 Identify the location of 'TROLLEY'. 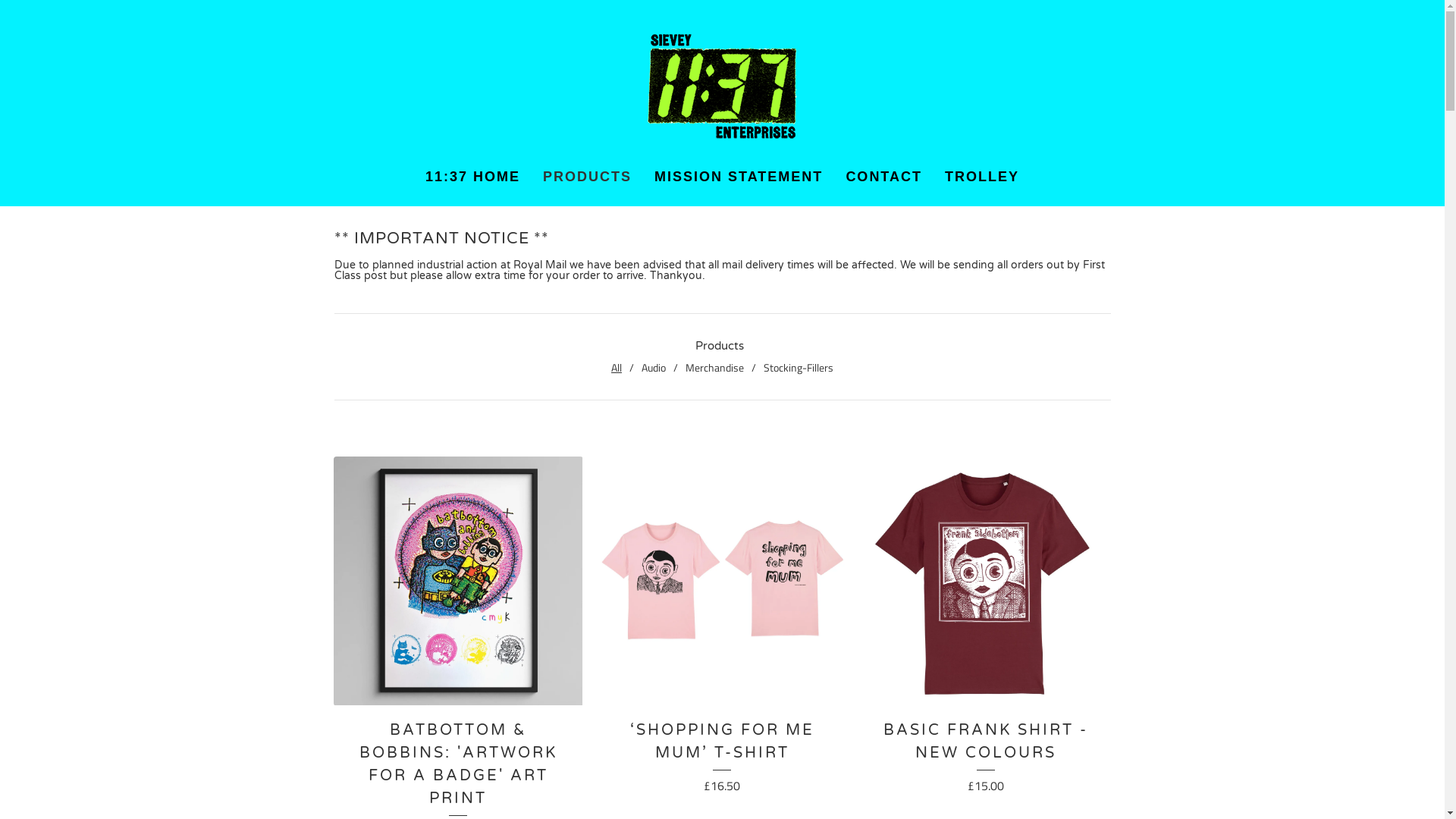
(932, 175).